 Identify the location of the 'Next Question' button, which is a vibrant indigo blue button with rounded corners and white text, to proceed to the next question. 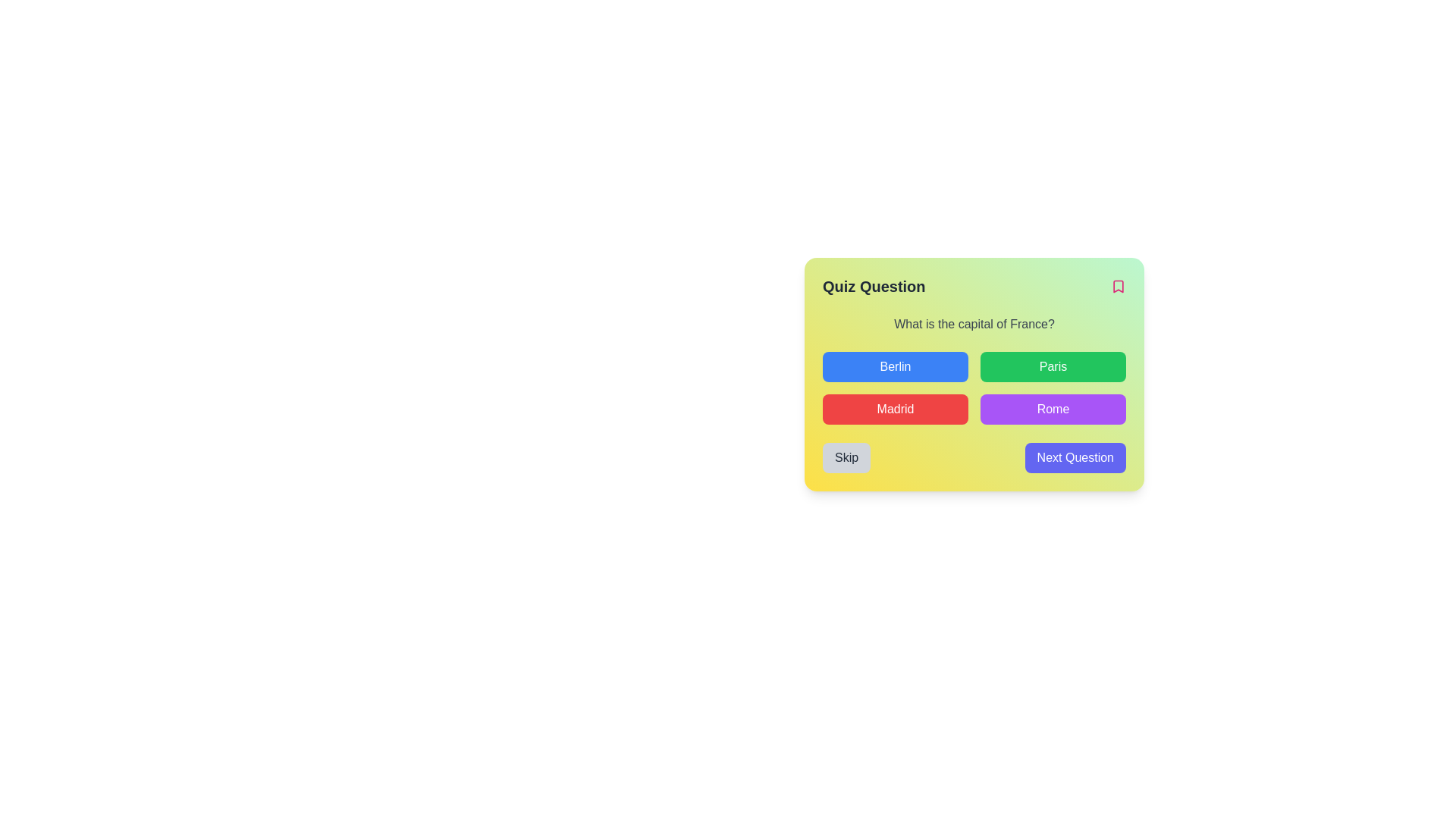
(1075, 457).